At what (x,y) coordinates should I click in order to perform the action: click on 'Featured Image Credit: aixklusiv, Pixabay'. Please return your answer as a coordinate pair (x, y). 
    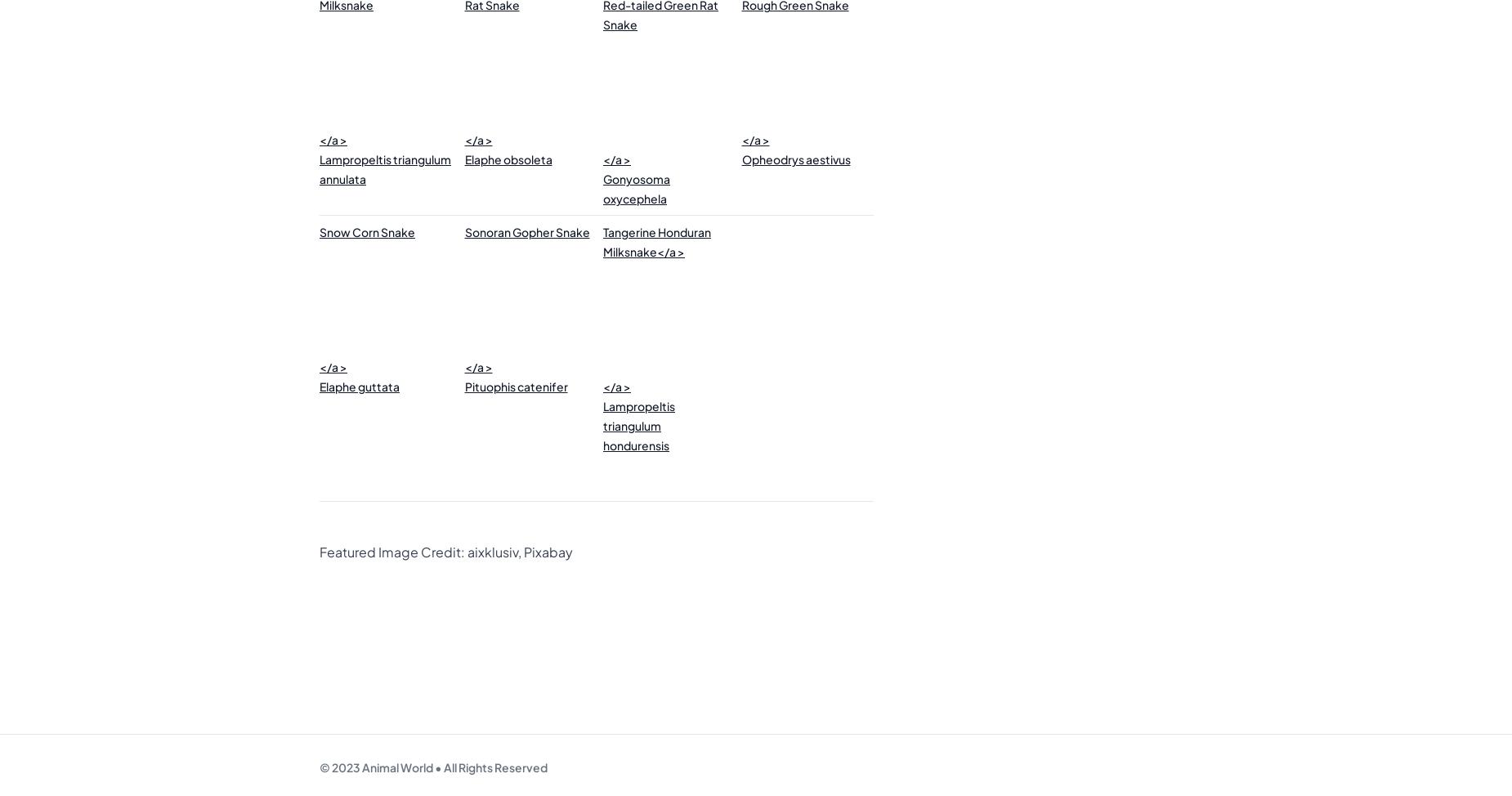
    Looking at the image, I should click on (445, 552).